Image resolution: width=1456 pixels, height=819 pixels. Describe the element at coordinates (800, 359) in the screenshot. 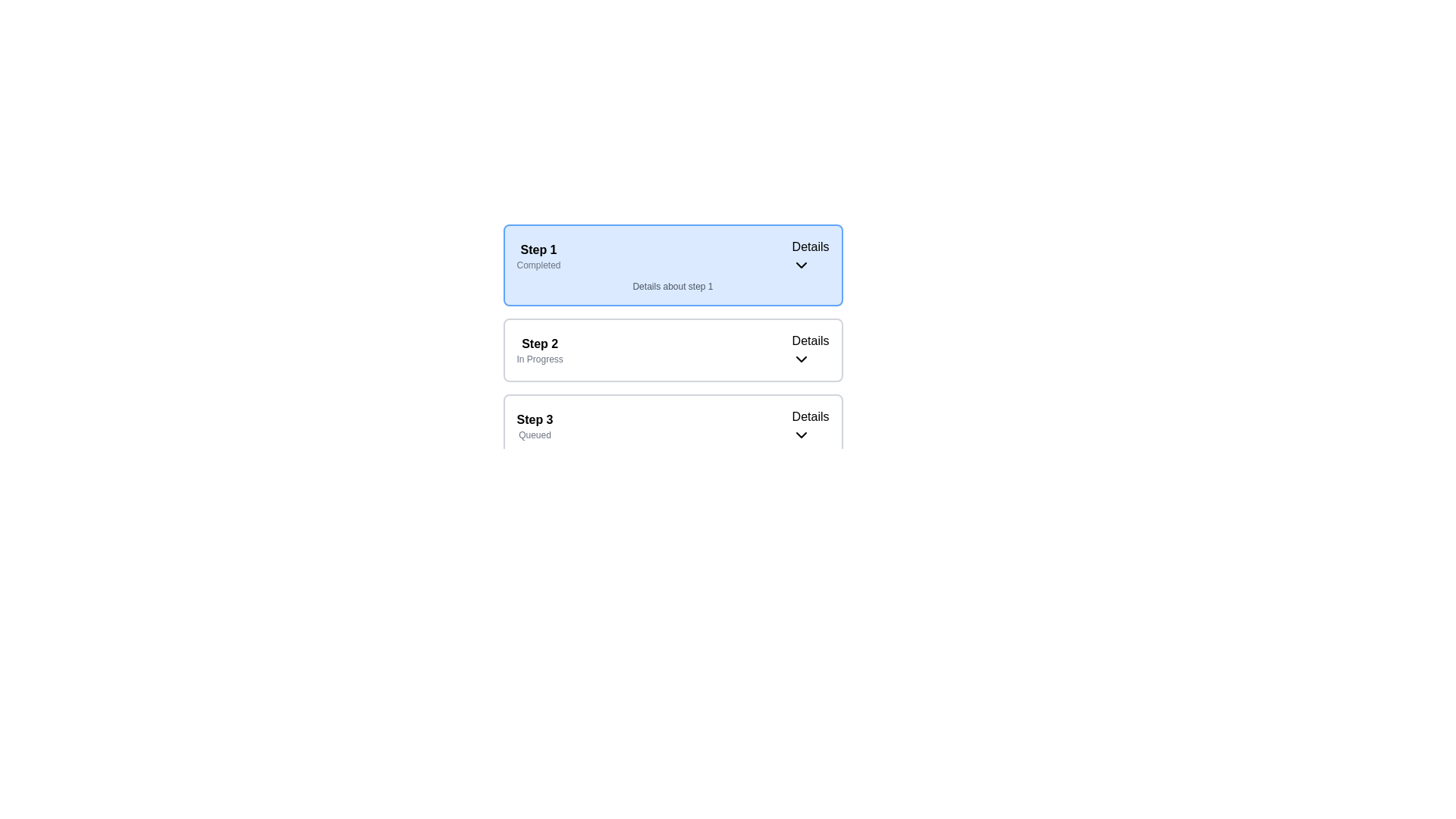

I see `the Dropdown Icon located to the right of the text 'Details' in the 'Step 2' block` at that location.